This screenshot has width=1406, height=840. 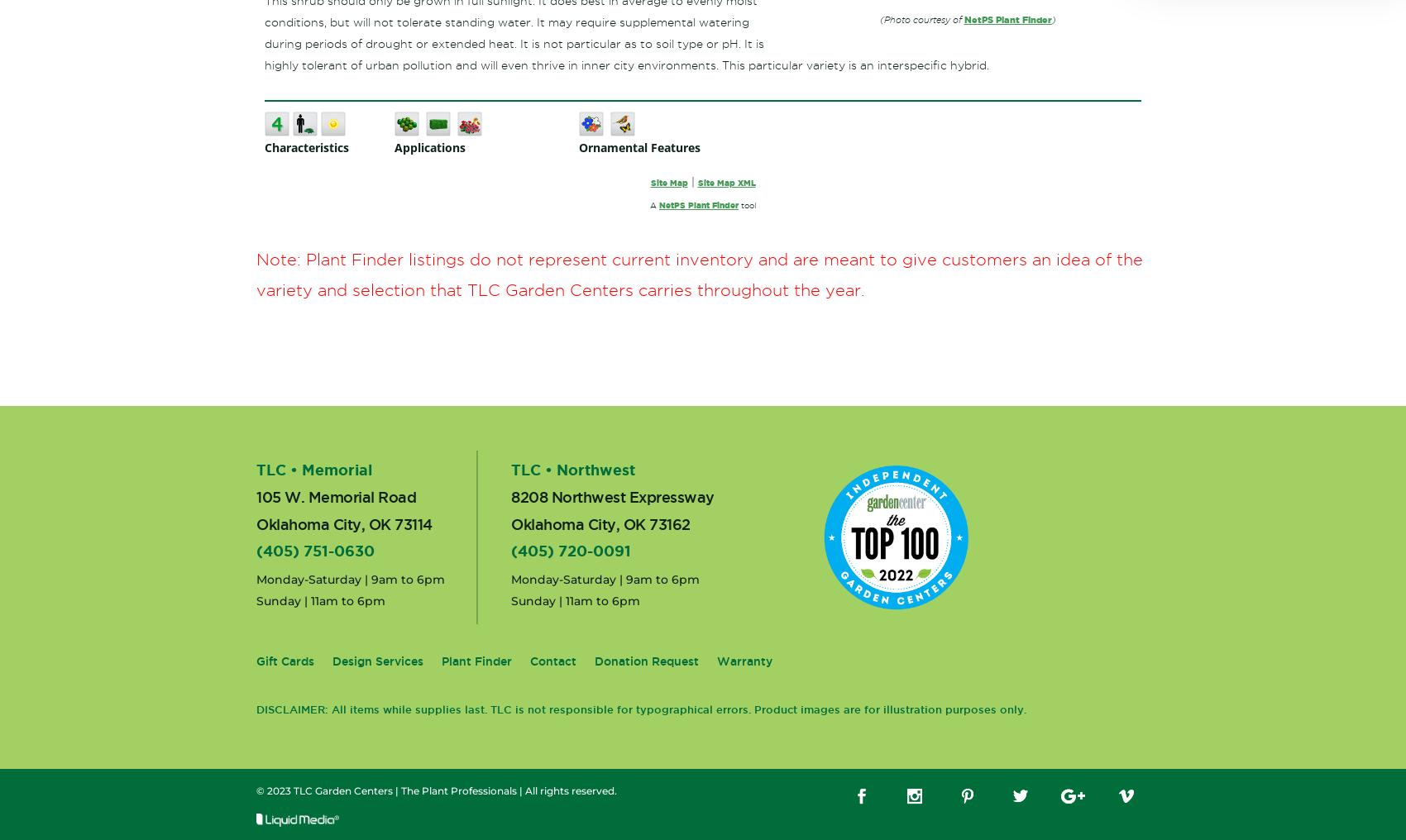 What do you see at coordinates (342, 523) in the screenshot?
I see `'Oklahoma City, OK 73114'` at bounding box center [342, 523].